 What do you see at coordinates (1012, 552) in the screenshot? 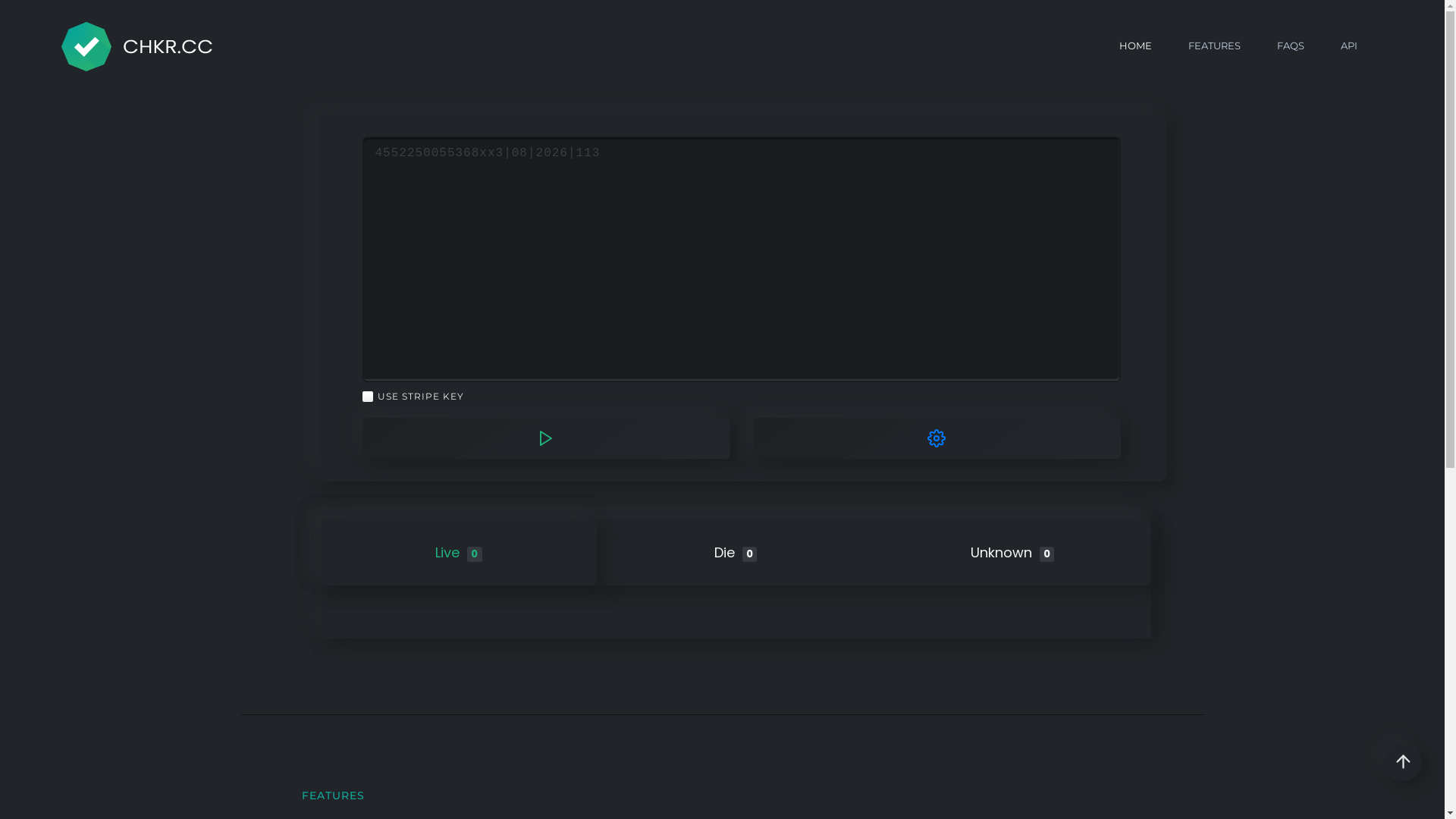
I see `'Unknown0'` at bounding box center [1012, 552].